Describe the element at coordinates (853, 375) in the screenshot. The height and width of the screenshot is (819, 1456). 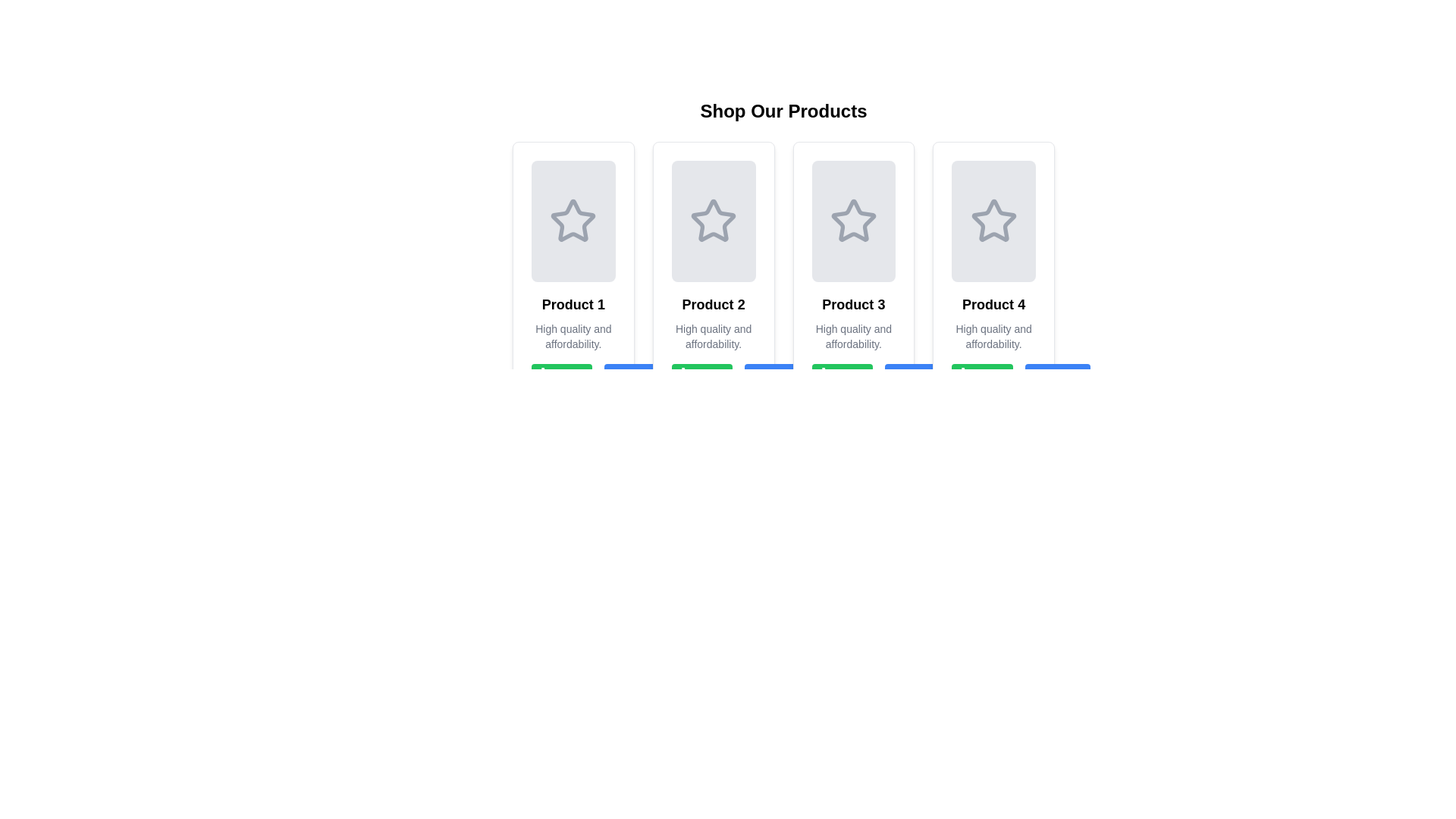
I see `the 'View' button located in the Group containing buttons at the bottom of the 'Product 3' card` at that location.